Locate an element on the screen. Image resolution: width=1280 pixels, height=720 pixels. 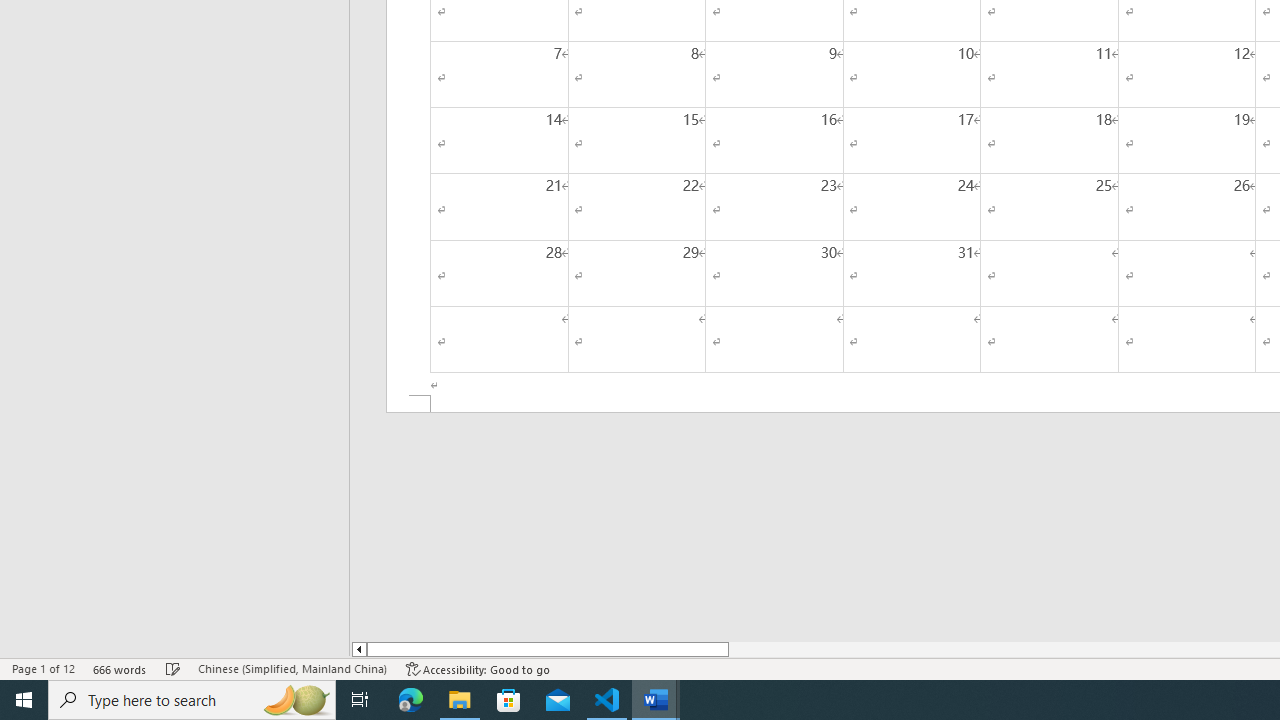
'Spelling and Grammar Check Checking' is located at coordinates (173, 669).